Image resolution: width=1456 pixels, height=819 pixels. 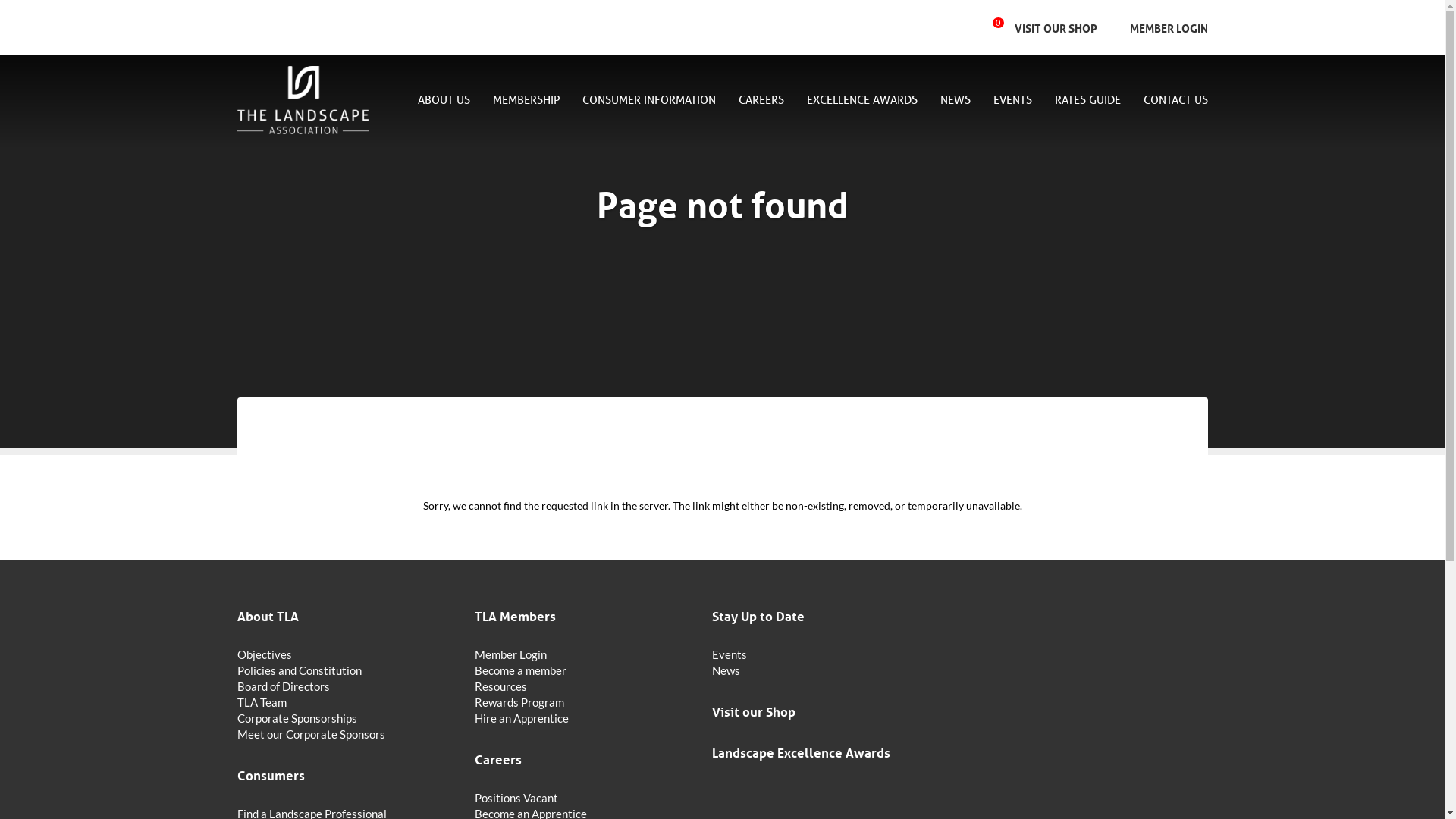 I want to click on 'TLA Team', so click(x=236, y=702).